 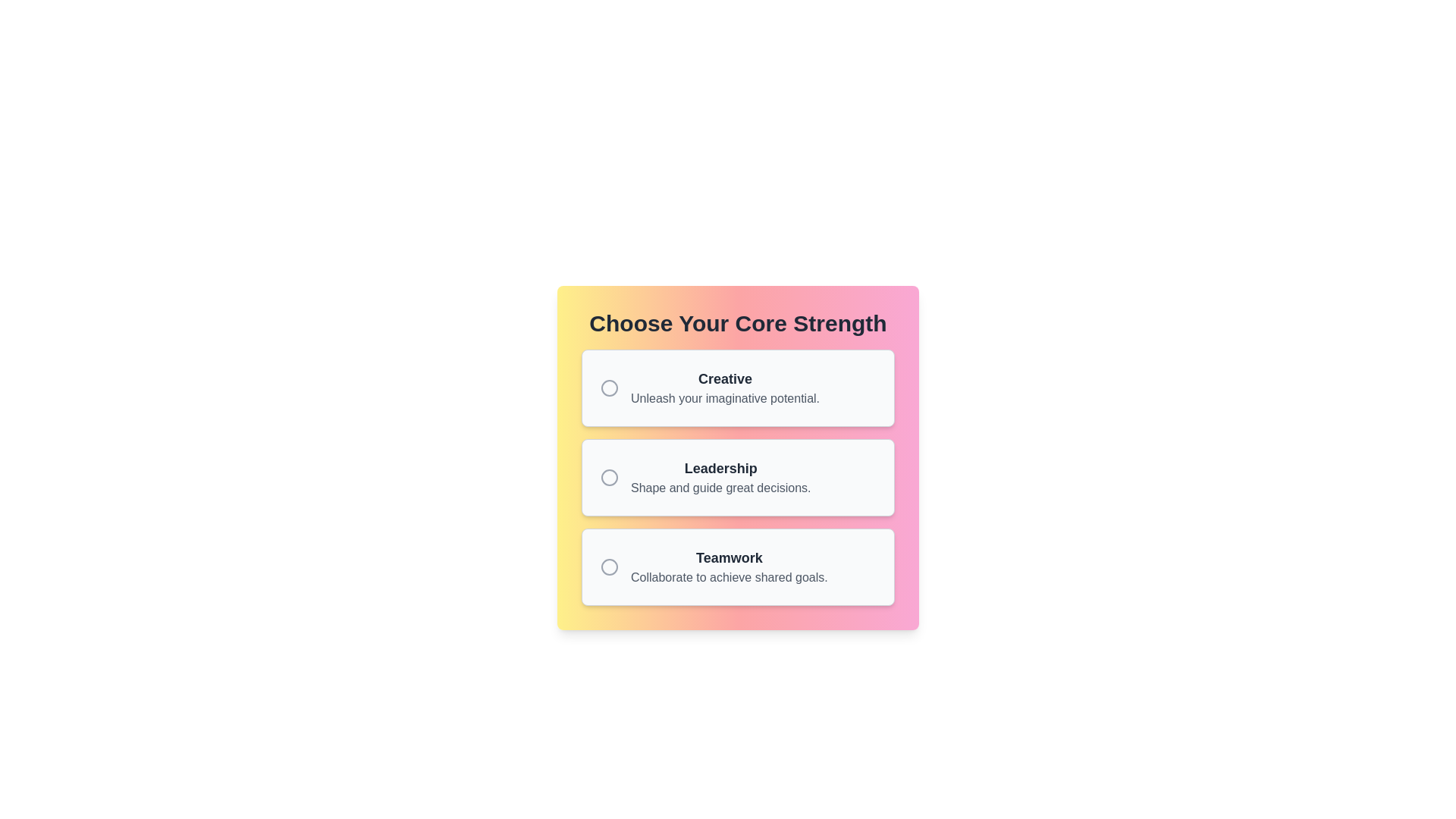 I want to click on the heading text 'Teamwork', which is styled in bold, large, dark gray font, located in the third section of the 'Choose Your Core Strength' block, so click(x=729, y=558).